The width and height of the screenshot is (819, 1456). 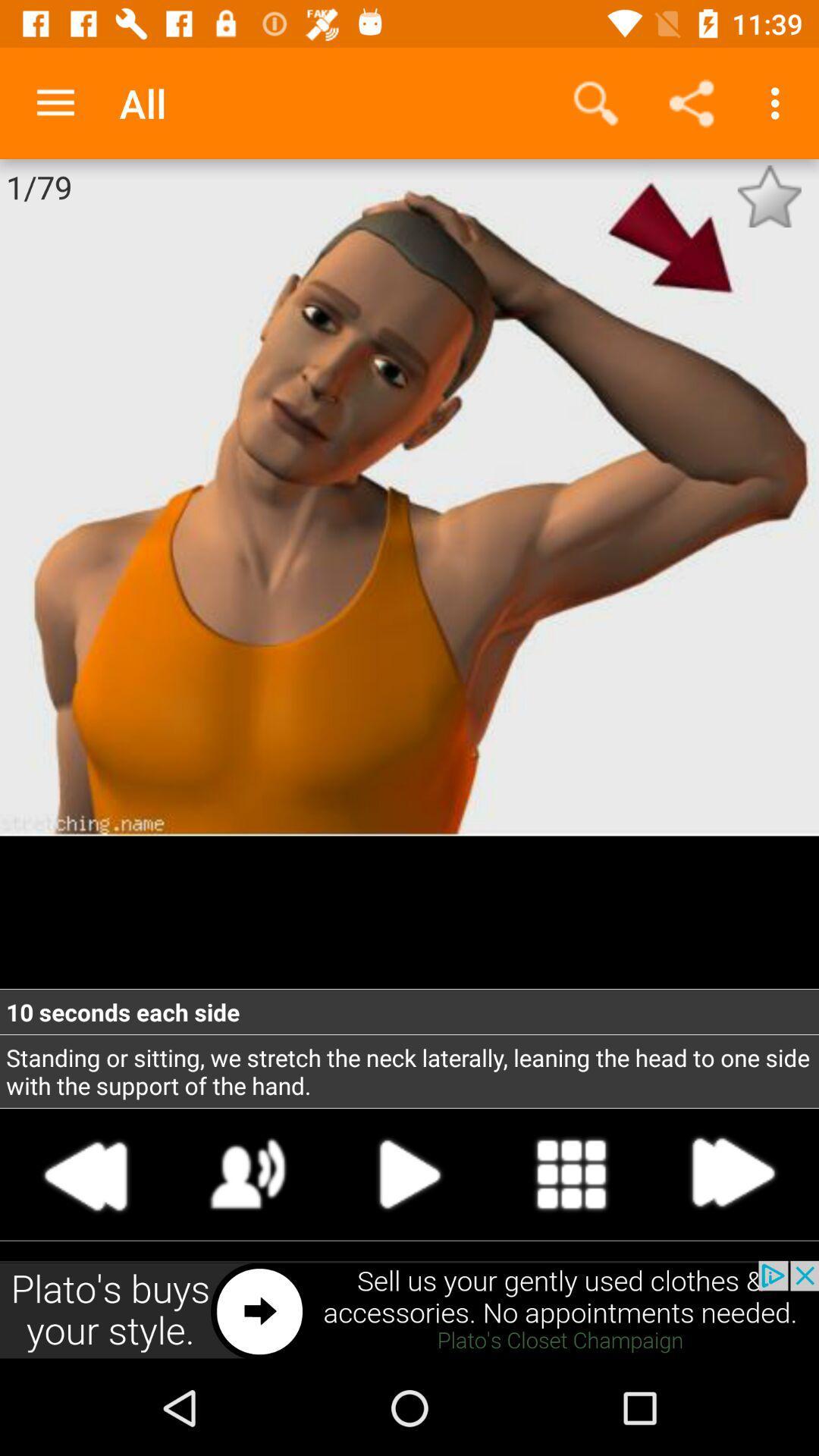 What do you see at coordinates (409, 1173) in the screenshot?
I see `the play icon` at bounding box center [409, 1173].